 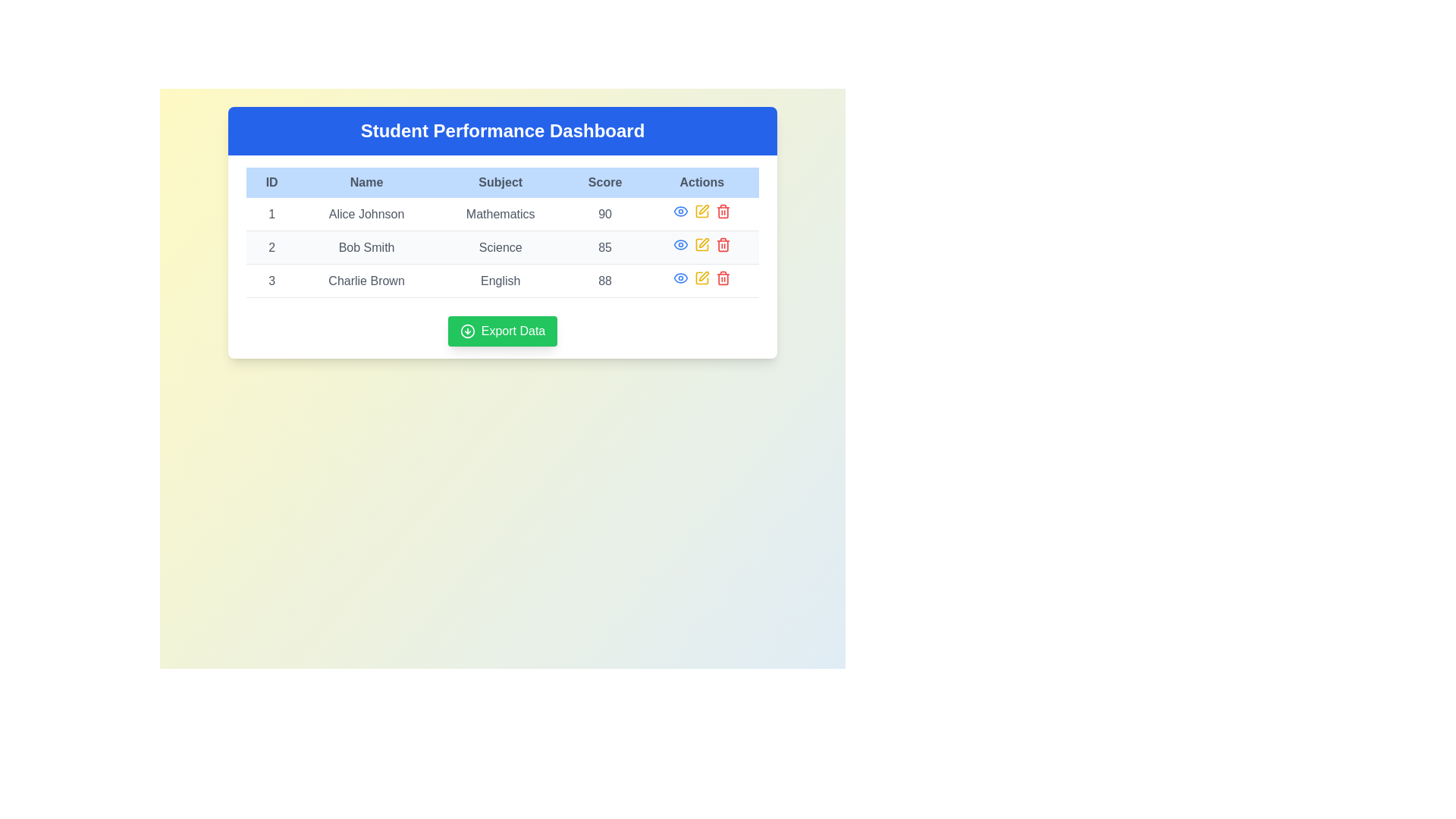 I want to click on the interactive button in the 'Actions' column of the second row to initiate editing for 'Bob Smith' and 'Science', so click(x=701, y=244).